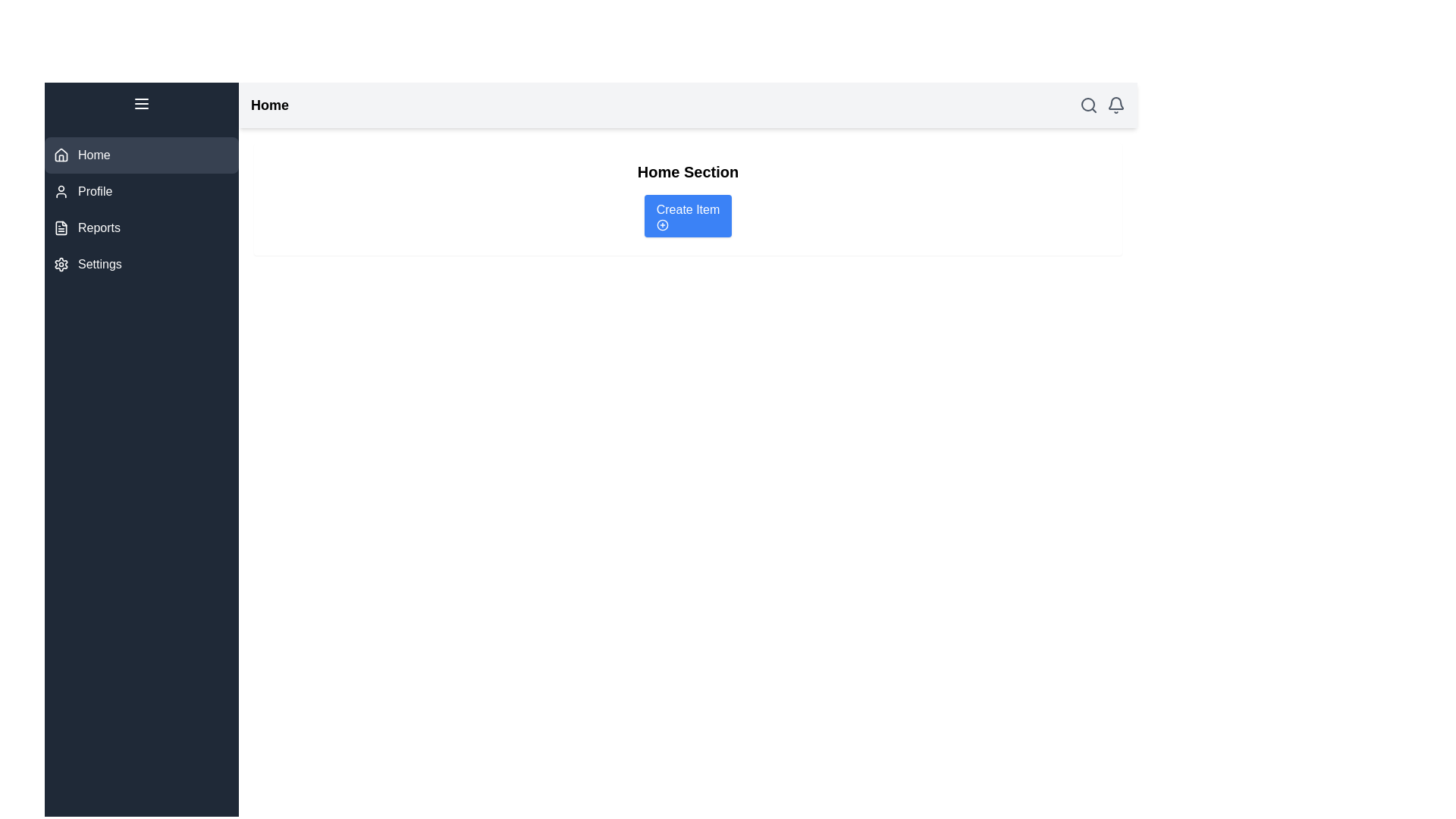 Image resolution: width=1456 pixels, height=819 pixels. Describe the element at coordinates (61, 191) in the screenshot. I see `the 'Profile' icon, which is a minimalistic SVG graphic of a user, outlined in white on a dark blue background, located in the sidebar panel on the left side of the interface` at that location.